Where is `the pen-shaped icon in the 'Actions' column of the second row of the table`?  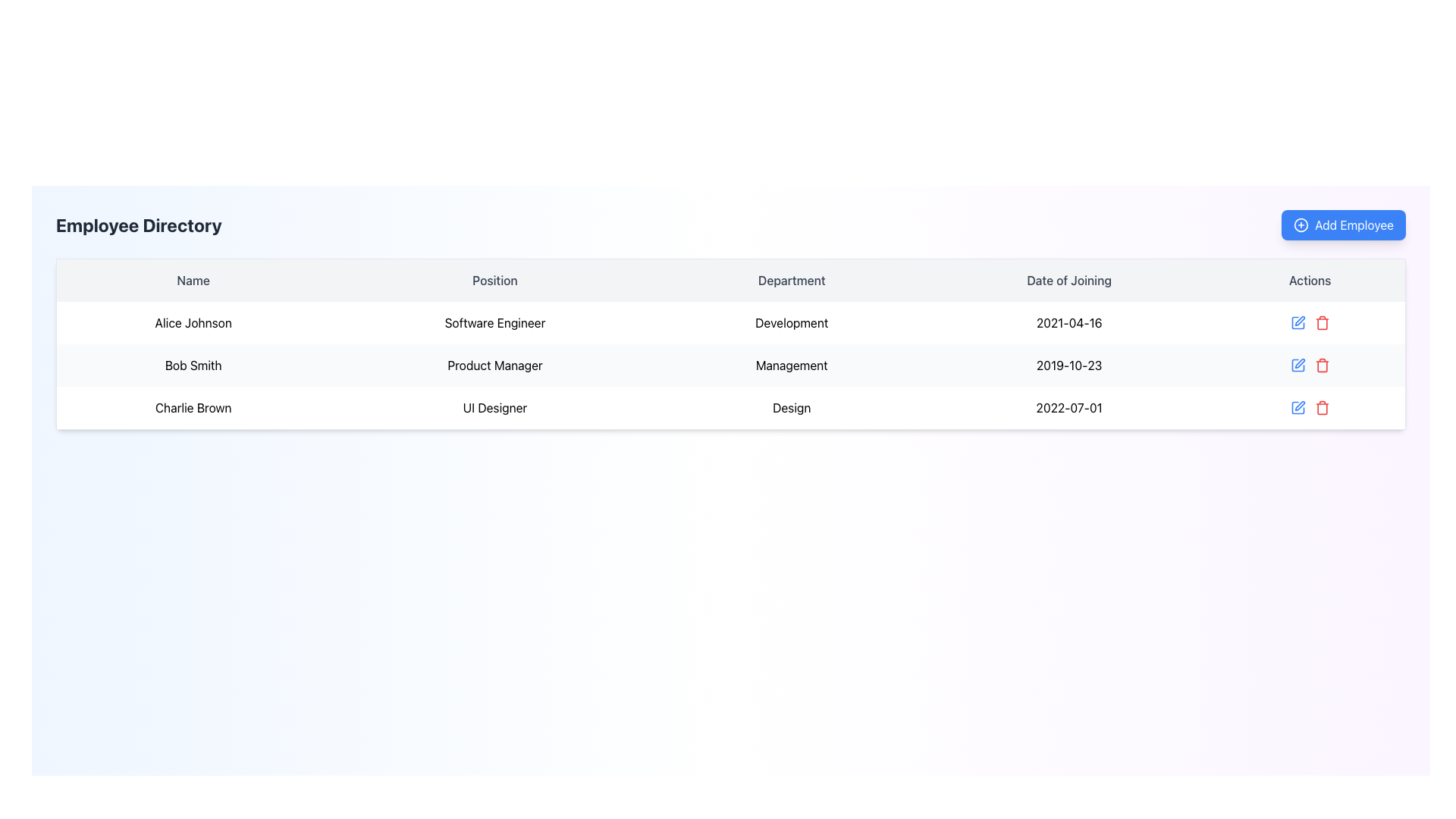
the pen-shaped icon in the 'Actions' column of the second row of the table is located at coordinates (1299, 363).